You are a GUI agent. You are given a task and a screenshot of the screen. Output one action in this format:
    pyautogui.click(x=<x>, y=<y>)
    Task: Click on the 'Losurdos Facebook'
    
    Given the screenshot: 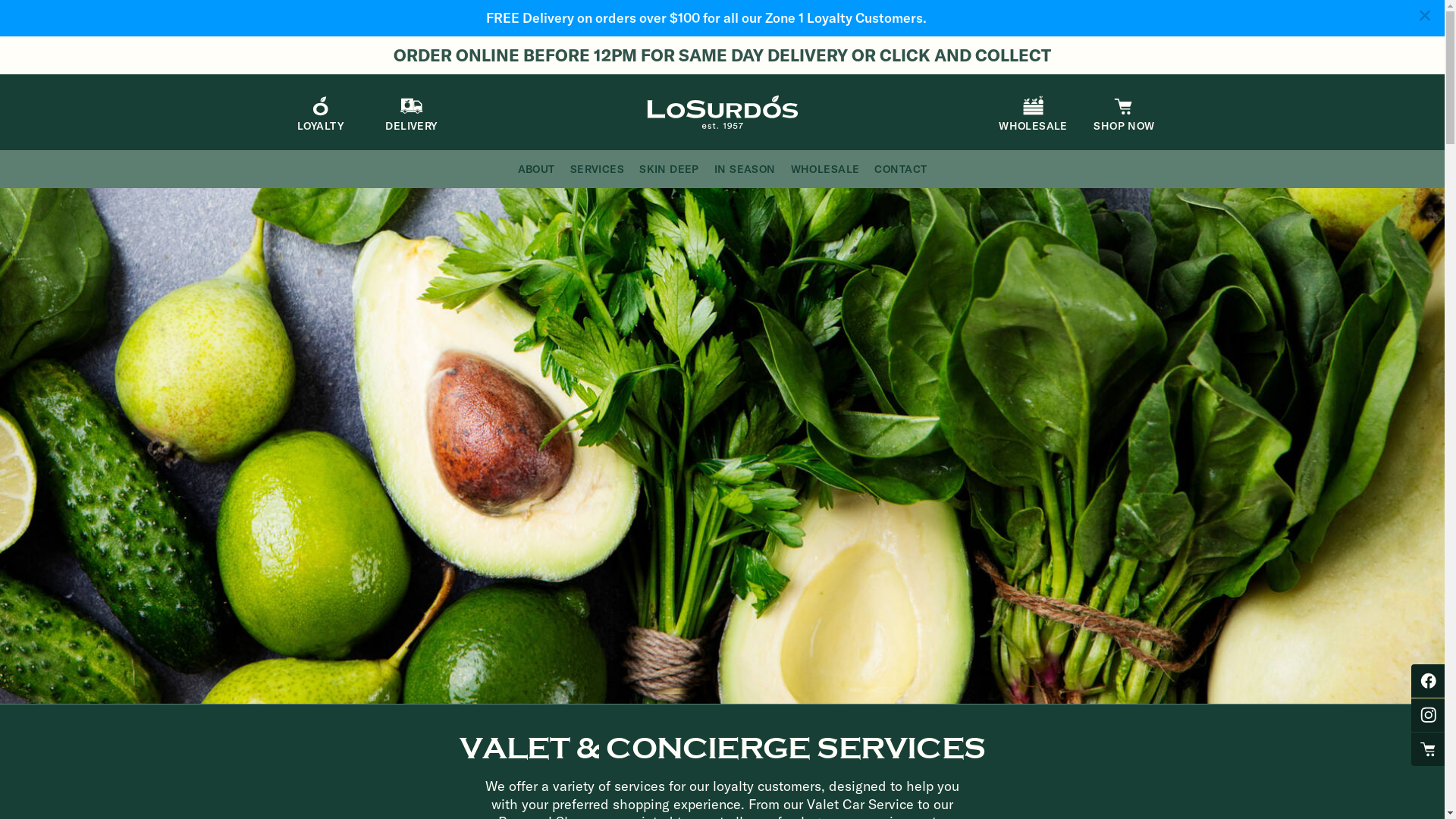 What is the action you would take?
    pyautogui.click(x=1410, y=680)
    